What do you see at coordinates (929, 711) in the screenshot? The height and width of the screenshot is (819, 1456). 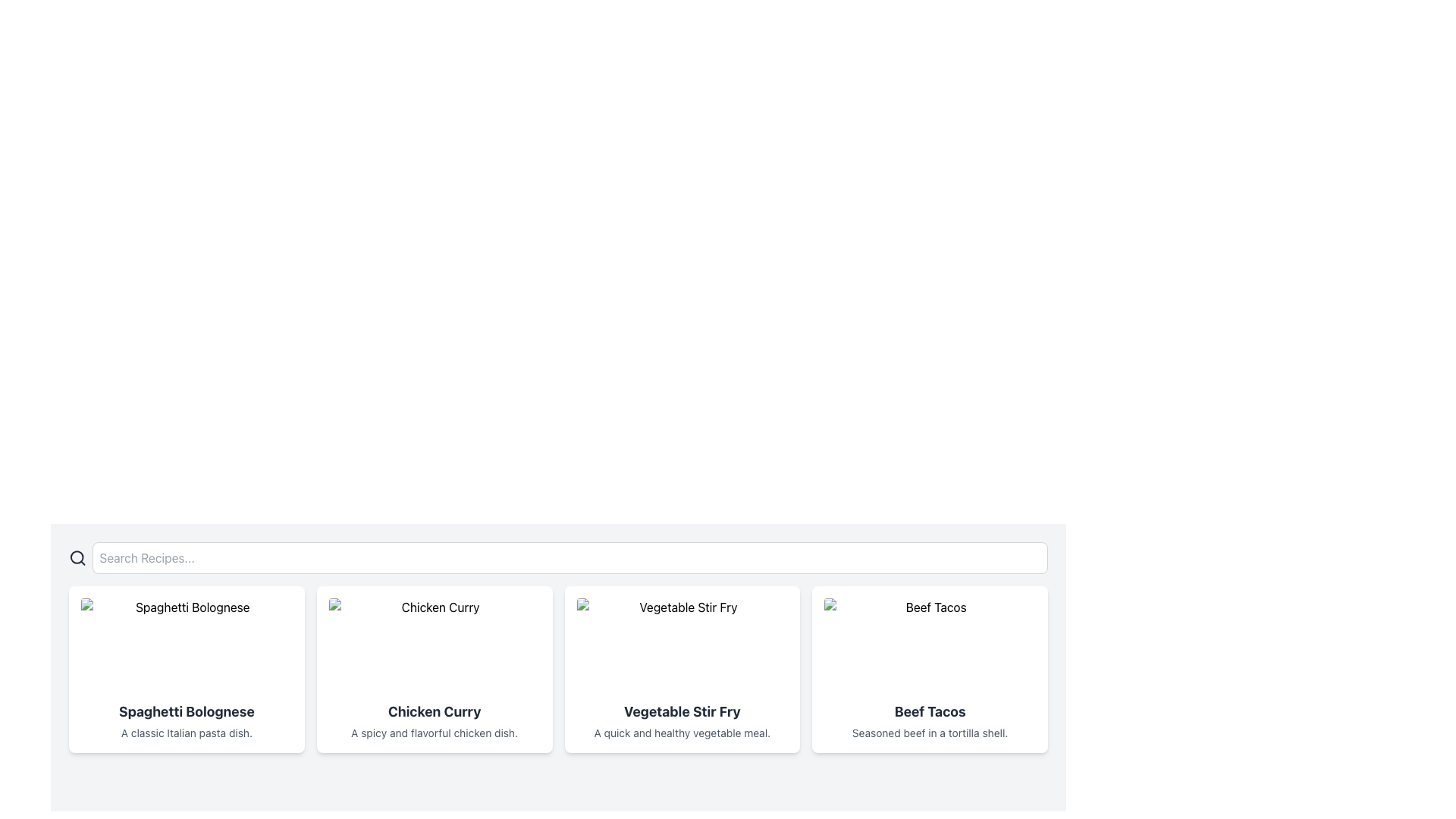 I see `text label that names the card, which is titled 'Beef Tacos' and is located in the center of the rightmost card beneath the image` at bounding box center [929, 711].